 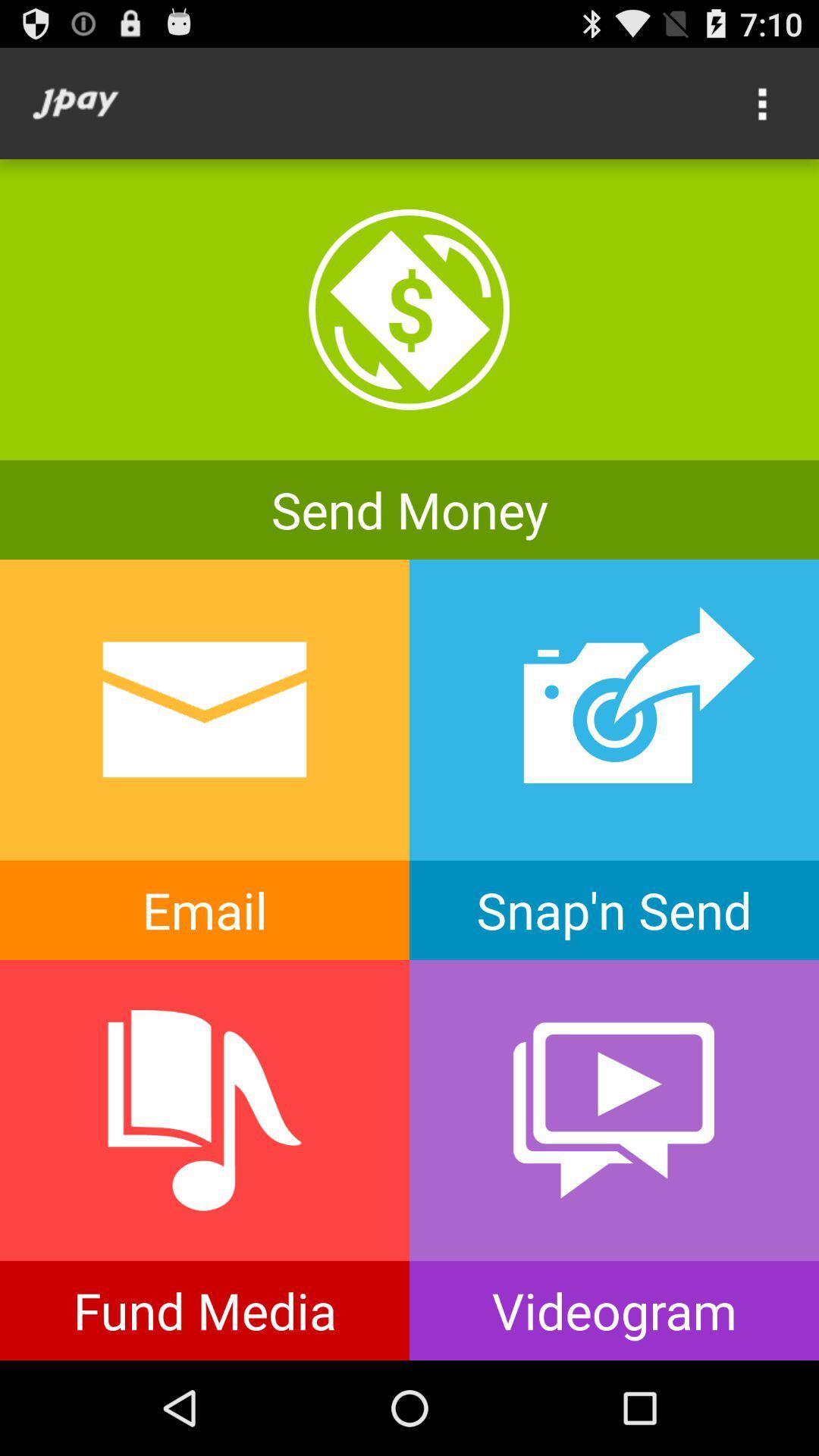 What do you see at coordinates (763, 102) in the screenshot?
I see `item at the top right corner` at bounding box center [763, 102].